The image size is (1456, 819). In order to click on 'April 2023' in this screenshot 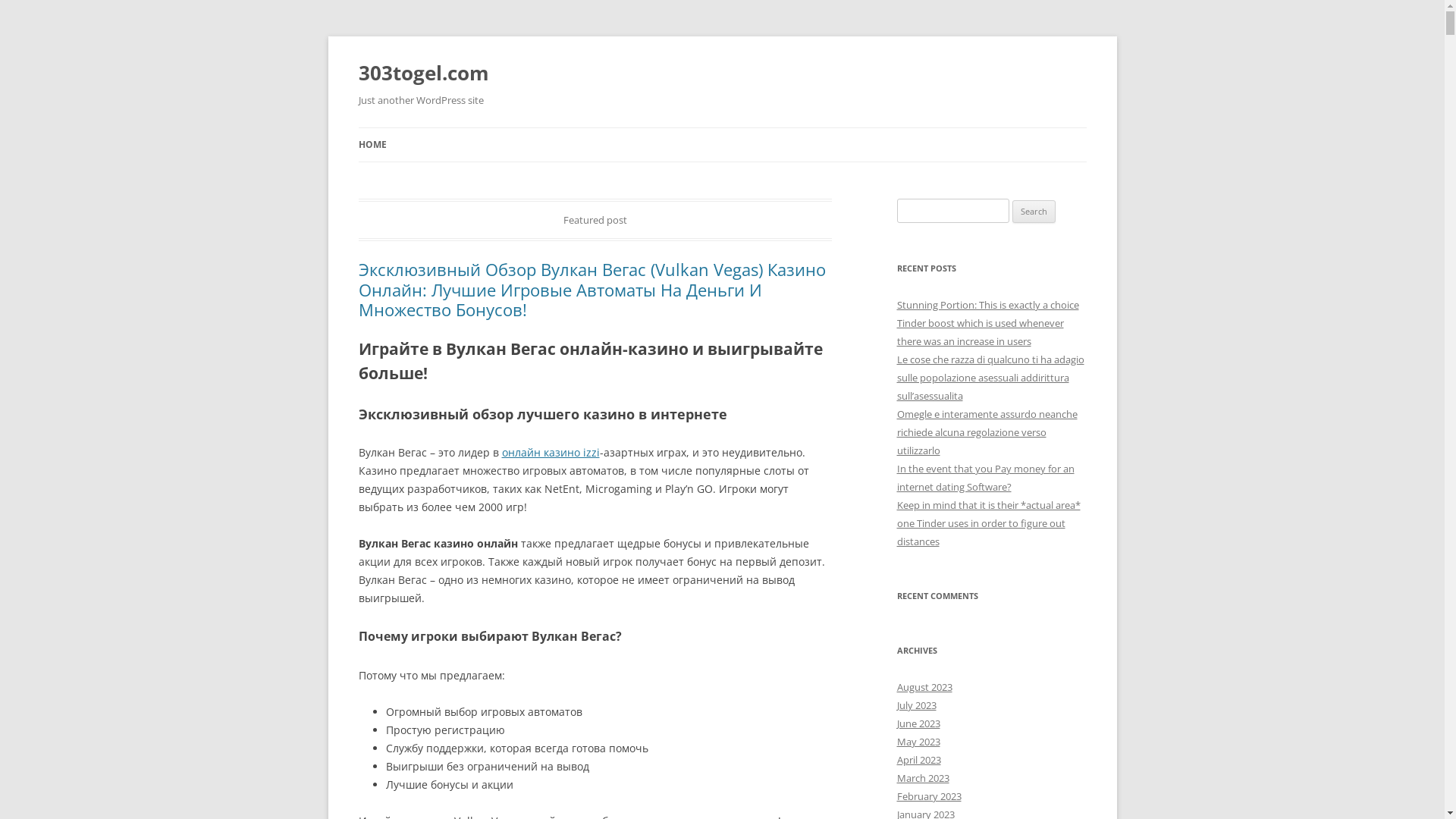, I will do `click(917, 760)`.